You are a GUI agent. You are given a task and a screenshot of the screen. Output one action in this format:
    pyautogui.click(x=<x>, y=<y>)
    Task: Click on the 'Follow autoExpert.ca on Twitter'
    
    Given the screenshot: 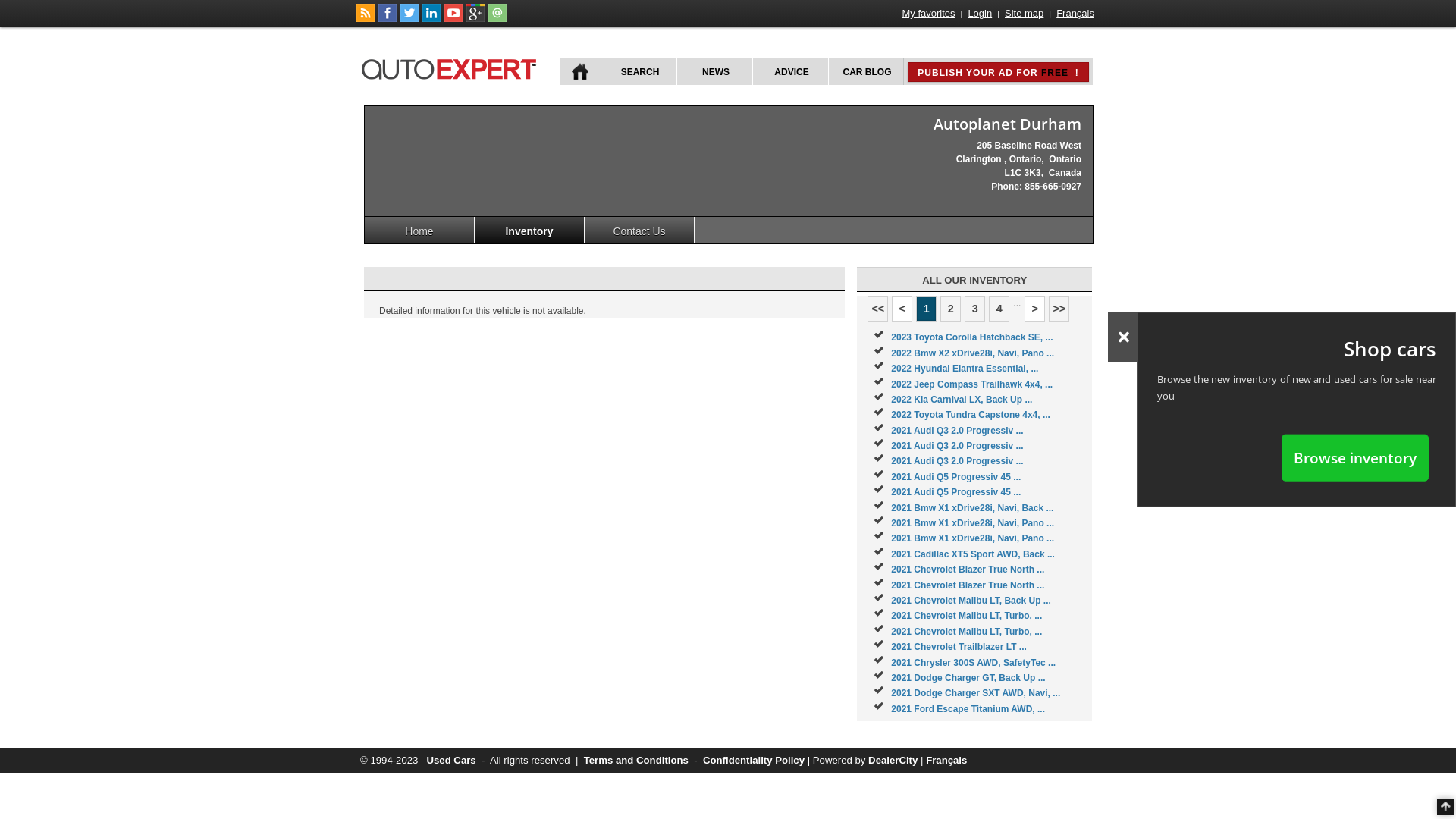 What is the action you would take?
    pyautogui.click(x=400, y=18)
    